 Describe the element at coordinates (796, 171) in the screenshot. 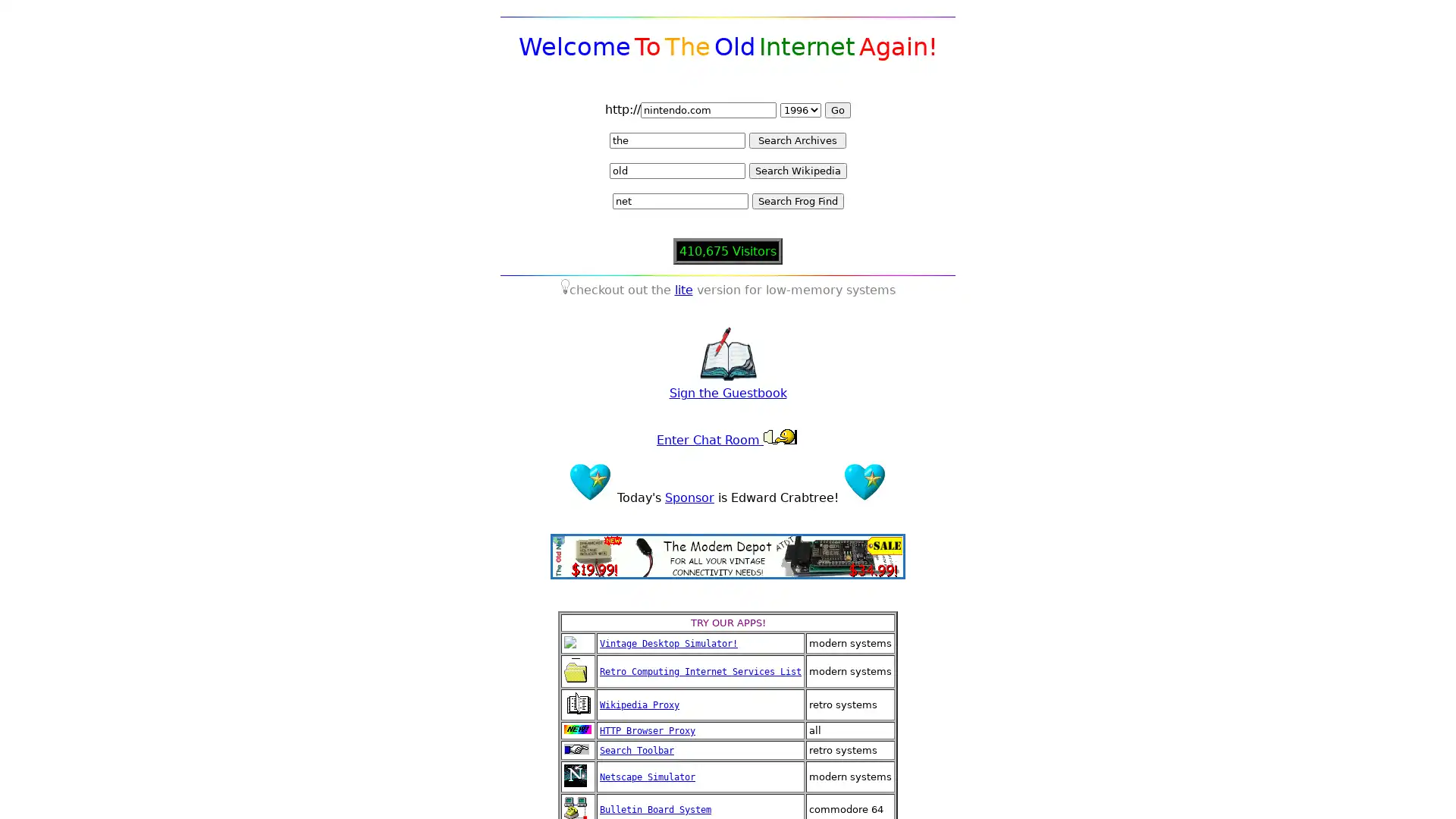

I see `Search Wikipedia` at that location.